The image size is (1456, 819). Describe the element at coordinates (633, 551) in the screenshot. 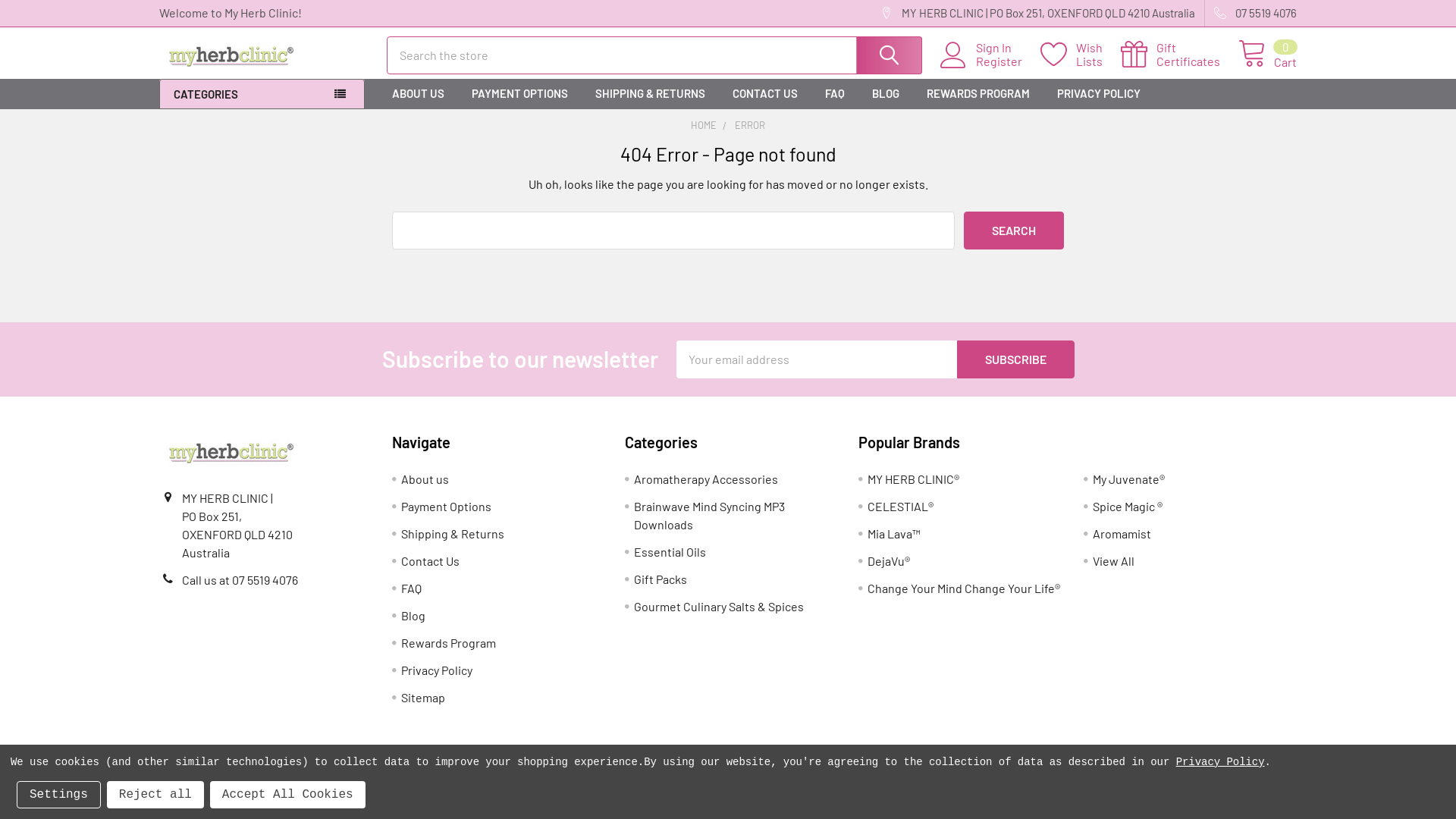

I see `'Essential Oils'` at that location.